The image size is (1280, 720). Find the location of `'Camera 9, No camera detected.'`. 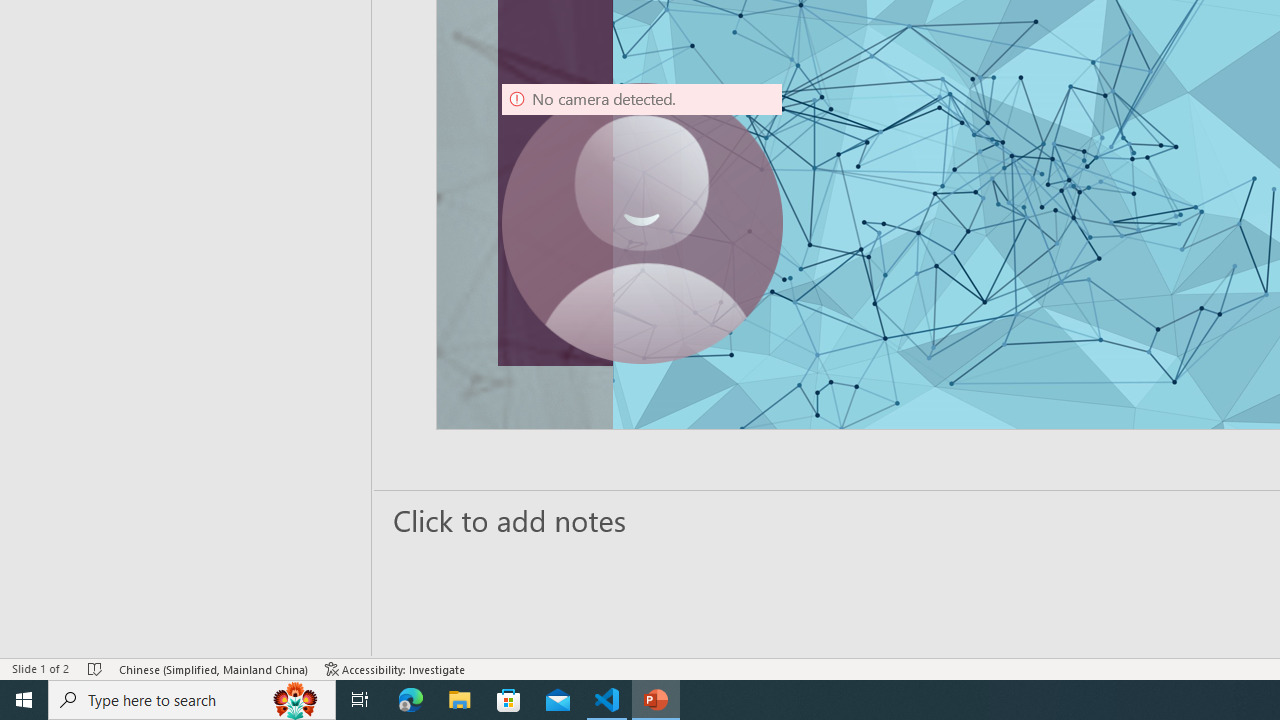

'Camera 9, No camera detected.' is located at coordinates (641, 223).